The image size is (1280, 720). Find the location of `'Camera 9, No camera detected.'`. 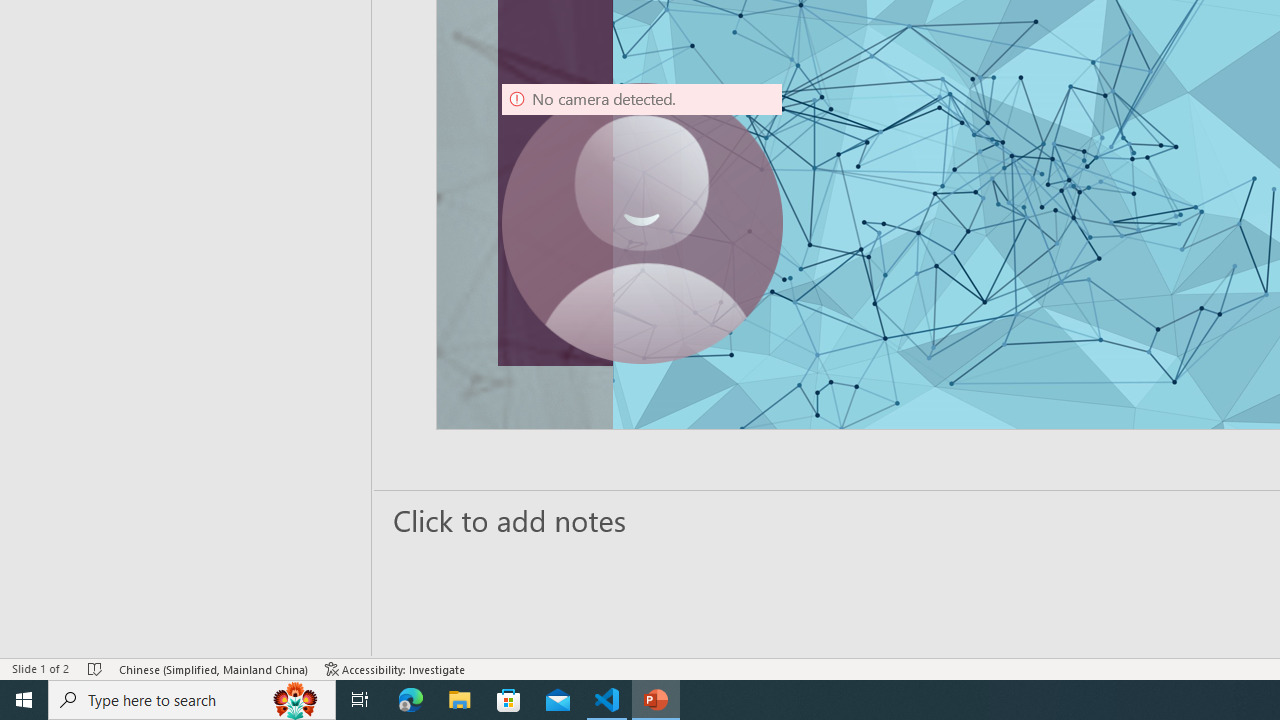

'Camera 9, No camera detected.' is located at coordinates (641, 223).